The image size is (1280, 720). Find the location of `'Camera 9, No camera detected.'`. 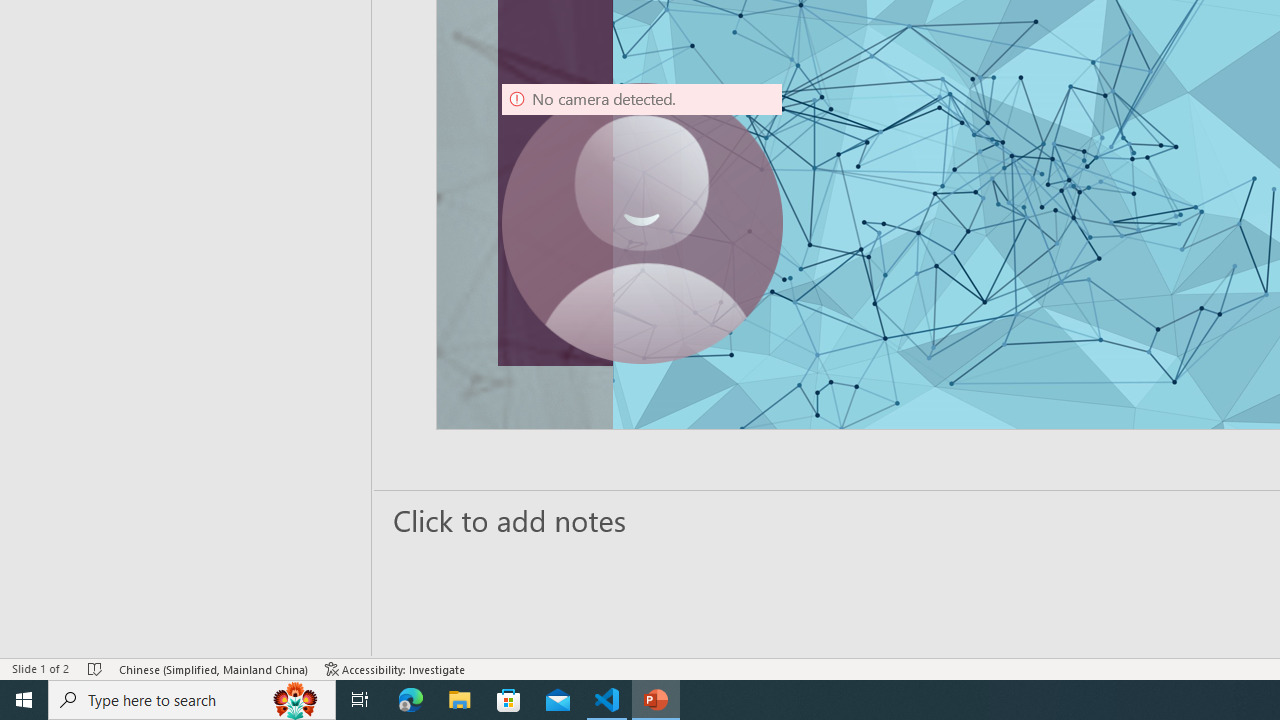

'Camera 9, No camera detected.' is located at coordinates (641, 223).